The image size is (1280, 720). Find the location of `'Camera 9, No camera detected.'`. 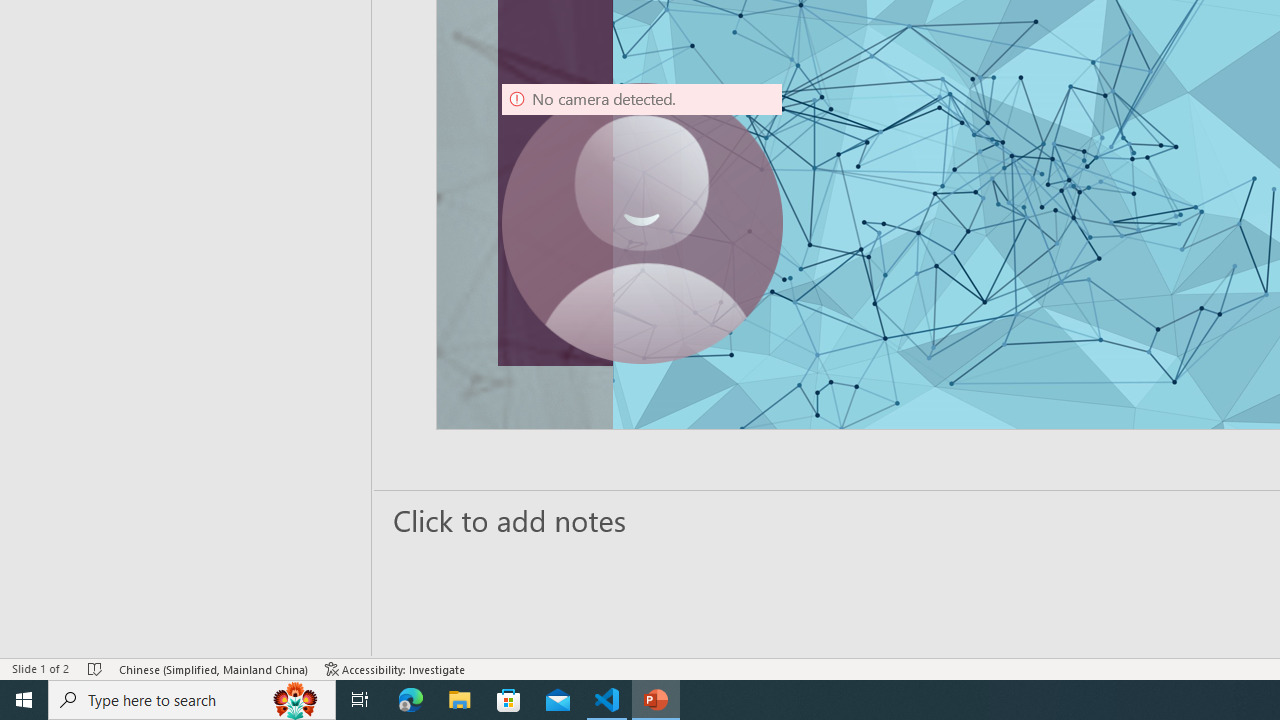

'Camera 9, No camera detected.' is located at coordinates (641, 223).